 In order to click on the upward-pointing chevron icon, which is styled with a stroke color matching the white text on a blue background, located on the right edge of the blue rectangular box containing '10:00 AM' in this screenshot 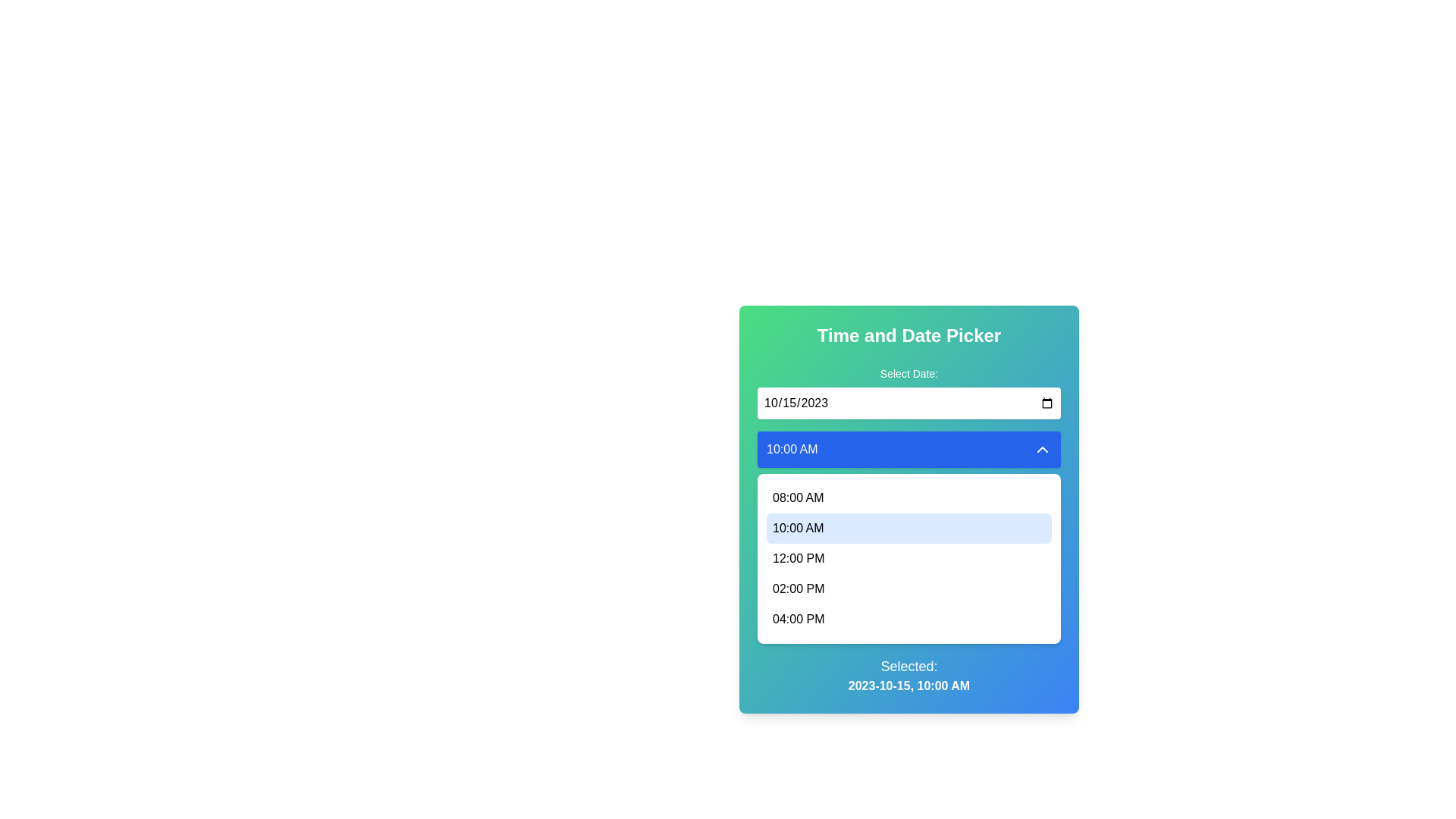, I will do `click(1041, 449)`.